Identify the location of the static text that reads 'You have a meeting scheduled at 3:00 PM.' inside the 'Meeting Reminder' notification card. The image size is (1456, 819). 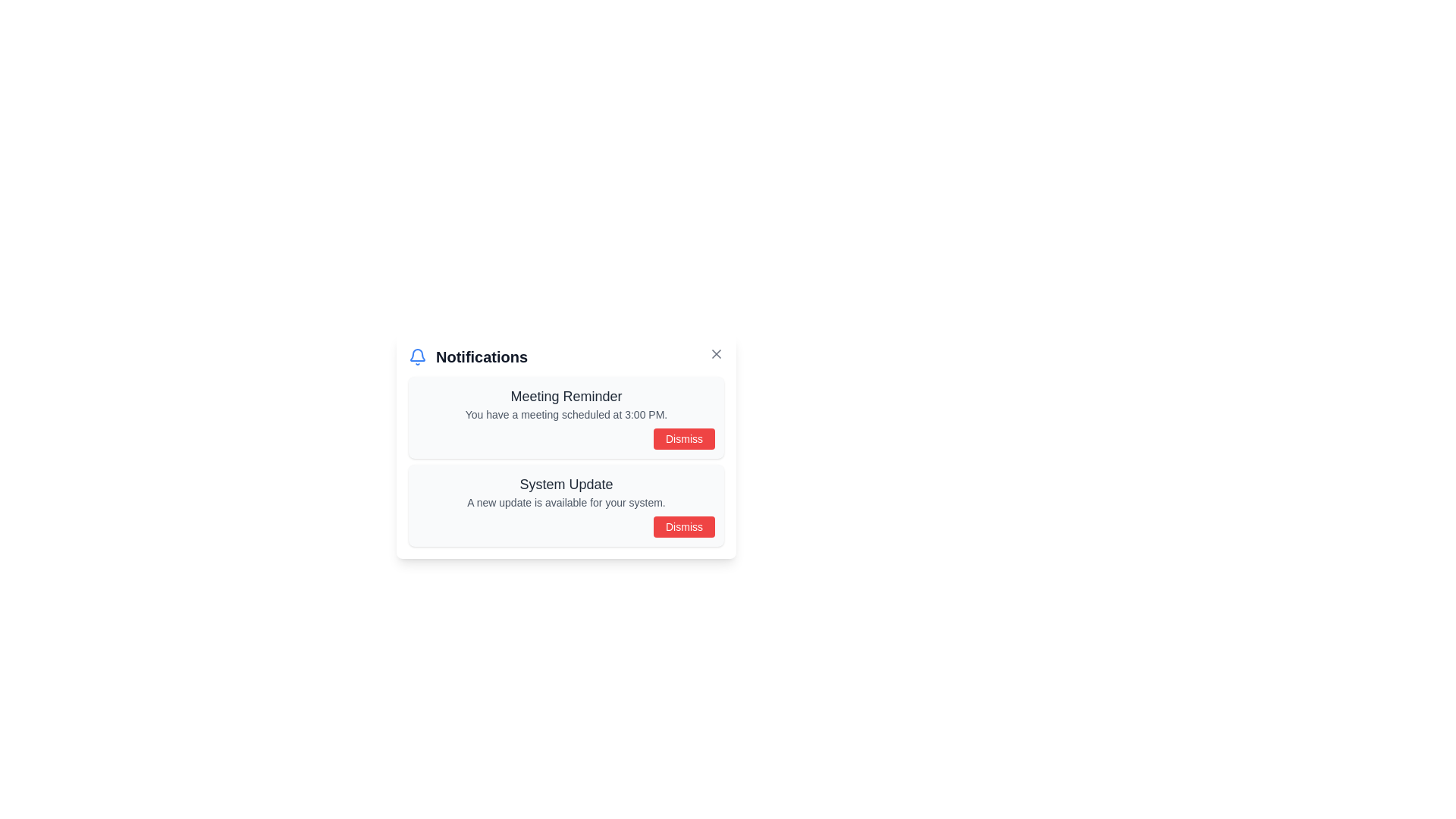
(566, 415).